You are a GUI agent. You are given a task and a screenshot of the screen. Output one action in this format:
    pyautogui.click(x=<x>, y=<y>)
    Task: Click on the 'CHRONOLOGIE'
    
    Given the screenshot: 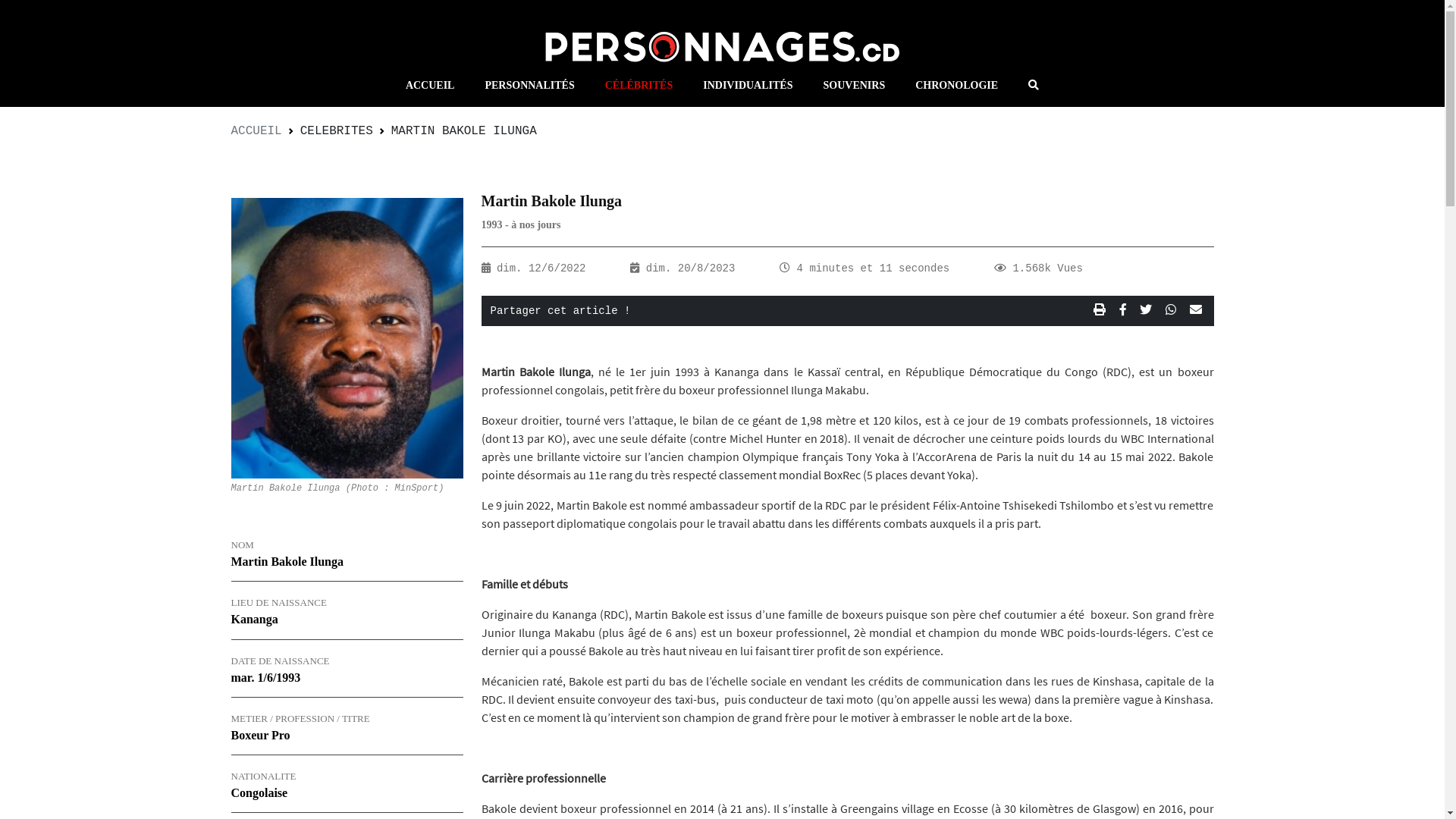 What is the action you would take?
    pyautogui.click(x=899, y=85)
    